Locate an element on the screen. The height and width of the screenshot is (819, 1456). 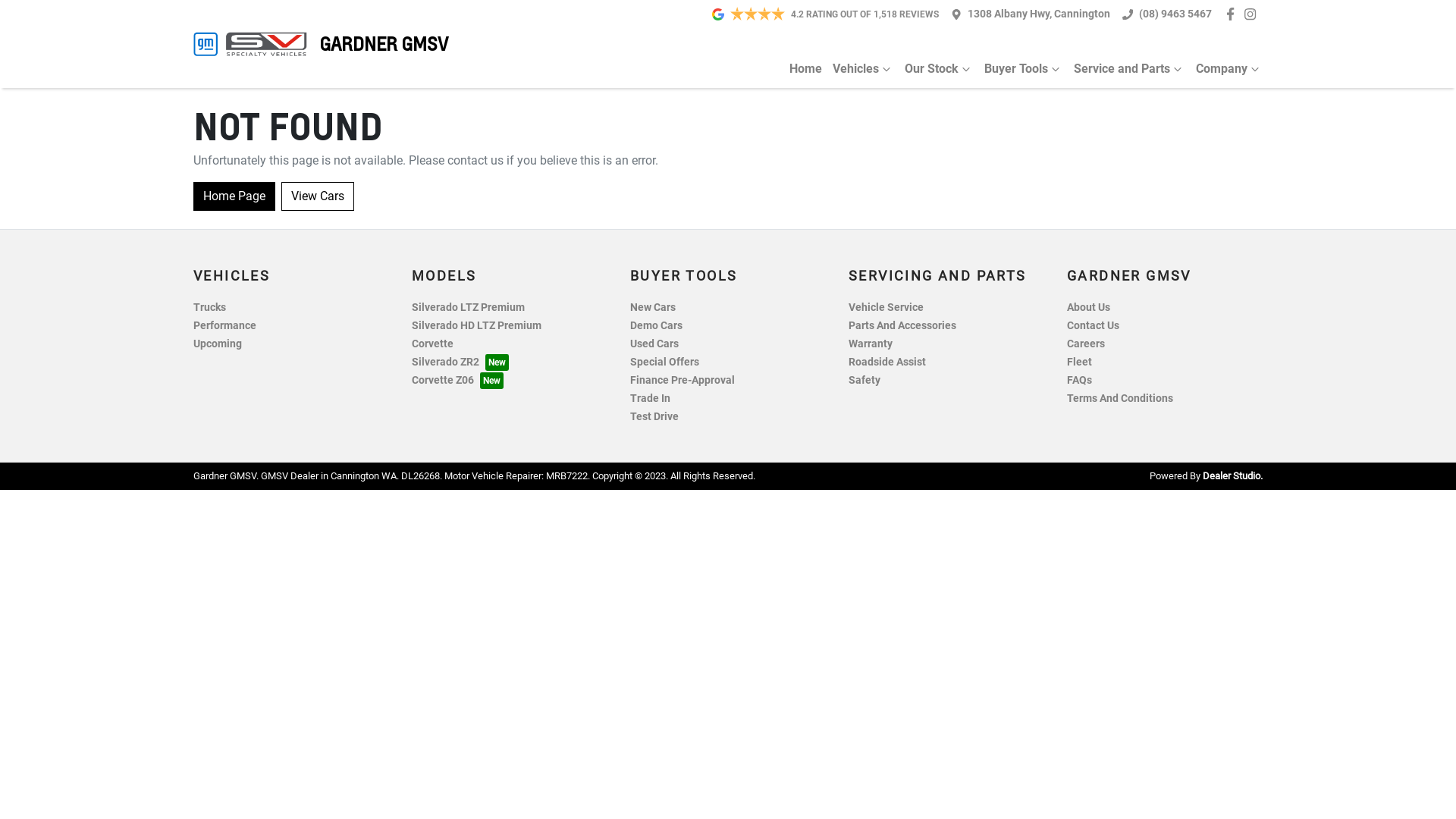
'Buyer Tools' is located at coordinates (1018, 69).